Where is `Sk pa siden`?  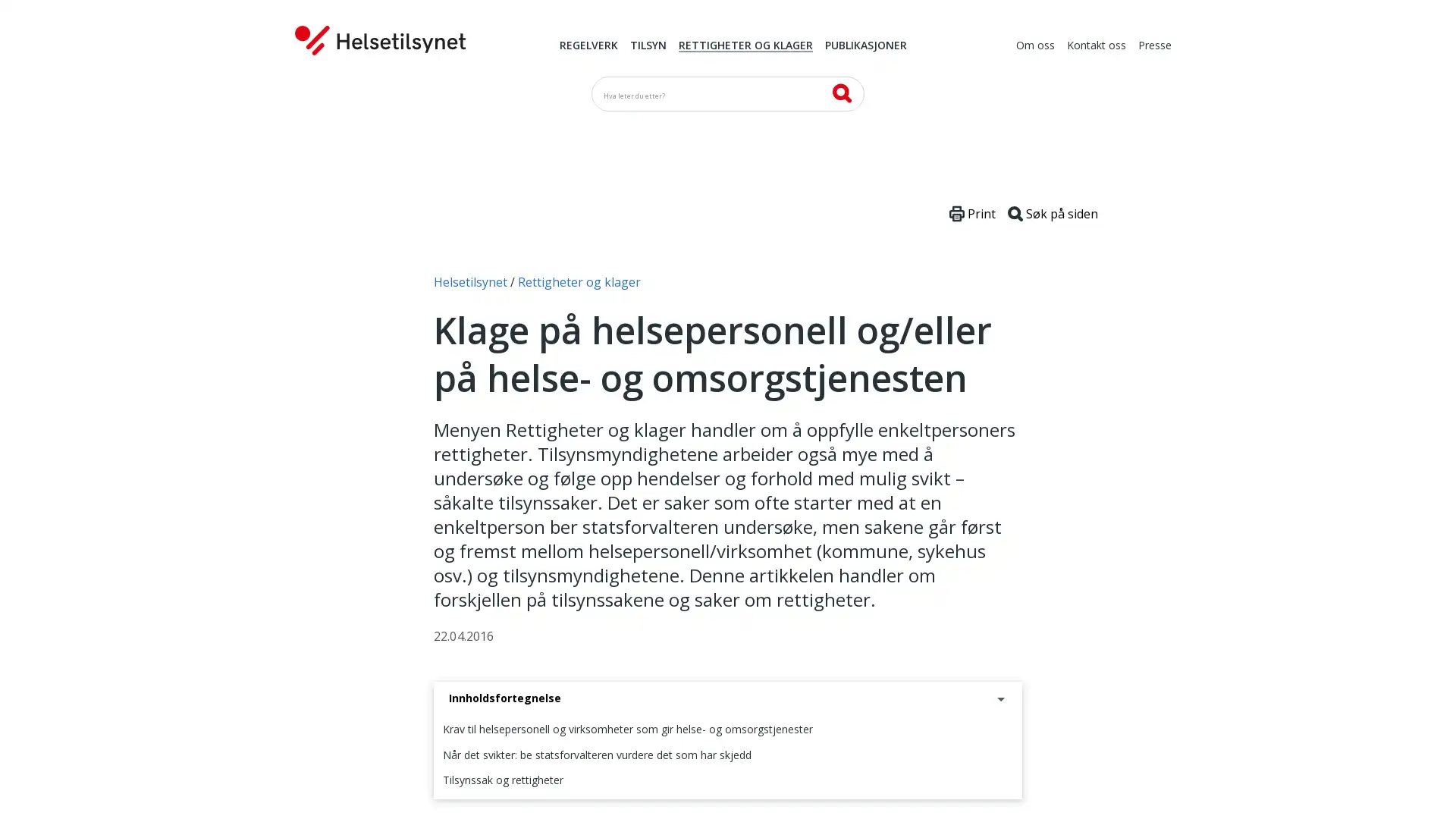 Sk pa siden is located at coordinates (1052, 213).